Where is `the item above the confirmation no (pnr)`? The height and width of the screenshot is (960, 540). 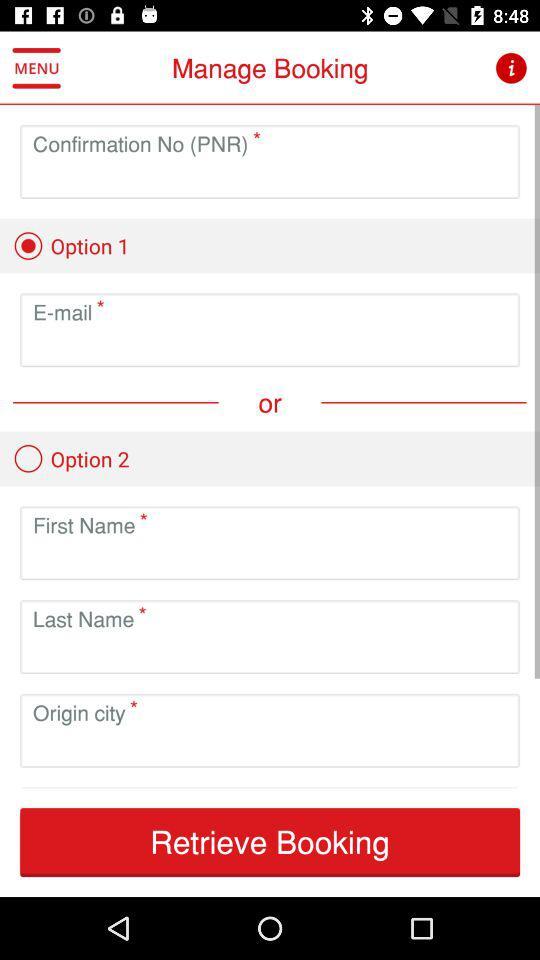
the item above the confirmation no (pnr) is located at coordinates (36, 68).